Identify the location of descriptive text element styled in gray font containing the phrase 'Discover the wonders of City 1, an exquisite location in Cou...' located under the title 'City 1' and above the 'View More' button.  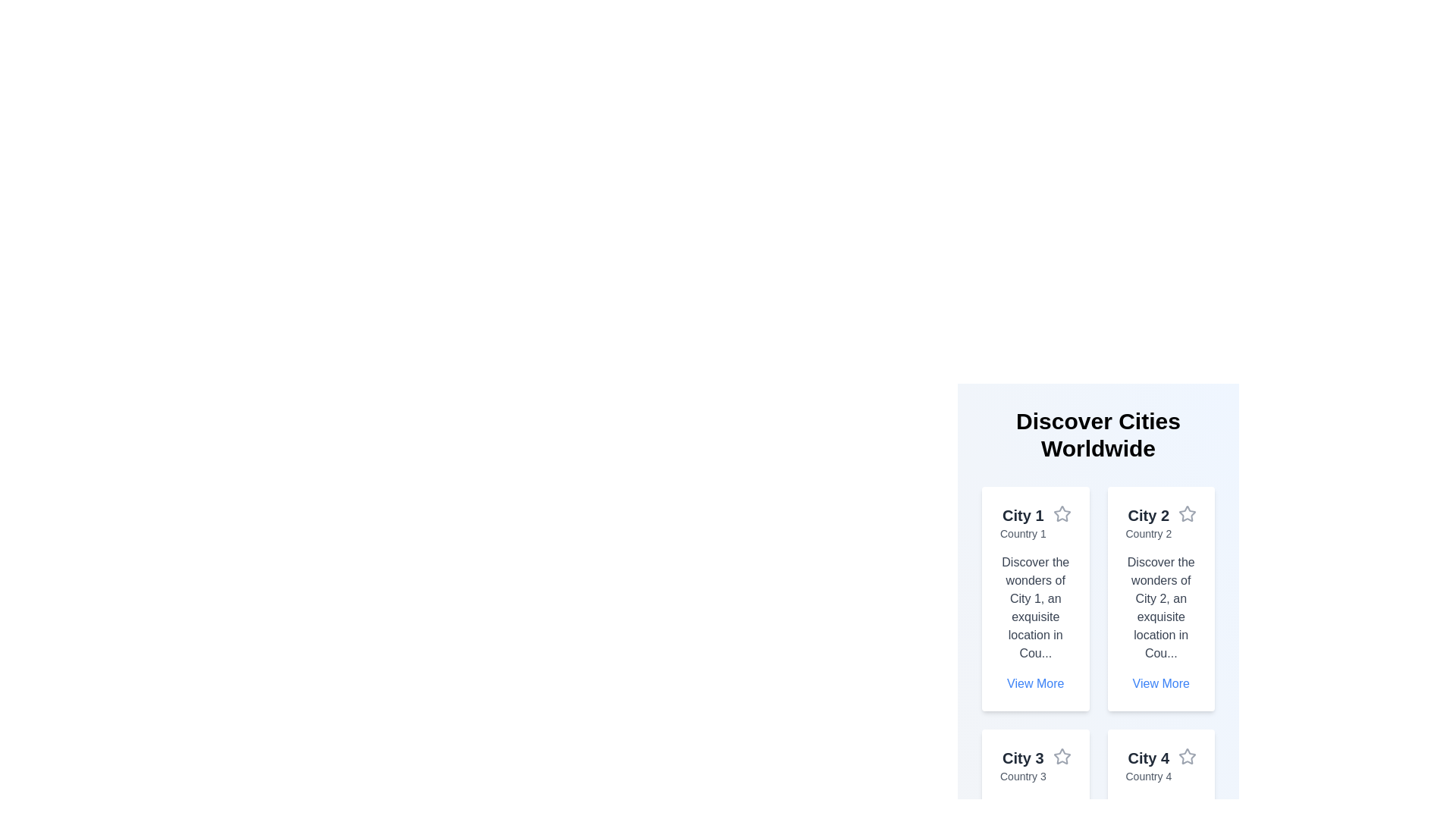
(1034, 607).